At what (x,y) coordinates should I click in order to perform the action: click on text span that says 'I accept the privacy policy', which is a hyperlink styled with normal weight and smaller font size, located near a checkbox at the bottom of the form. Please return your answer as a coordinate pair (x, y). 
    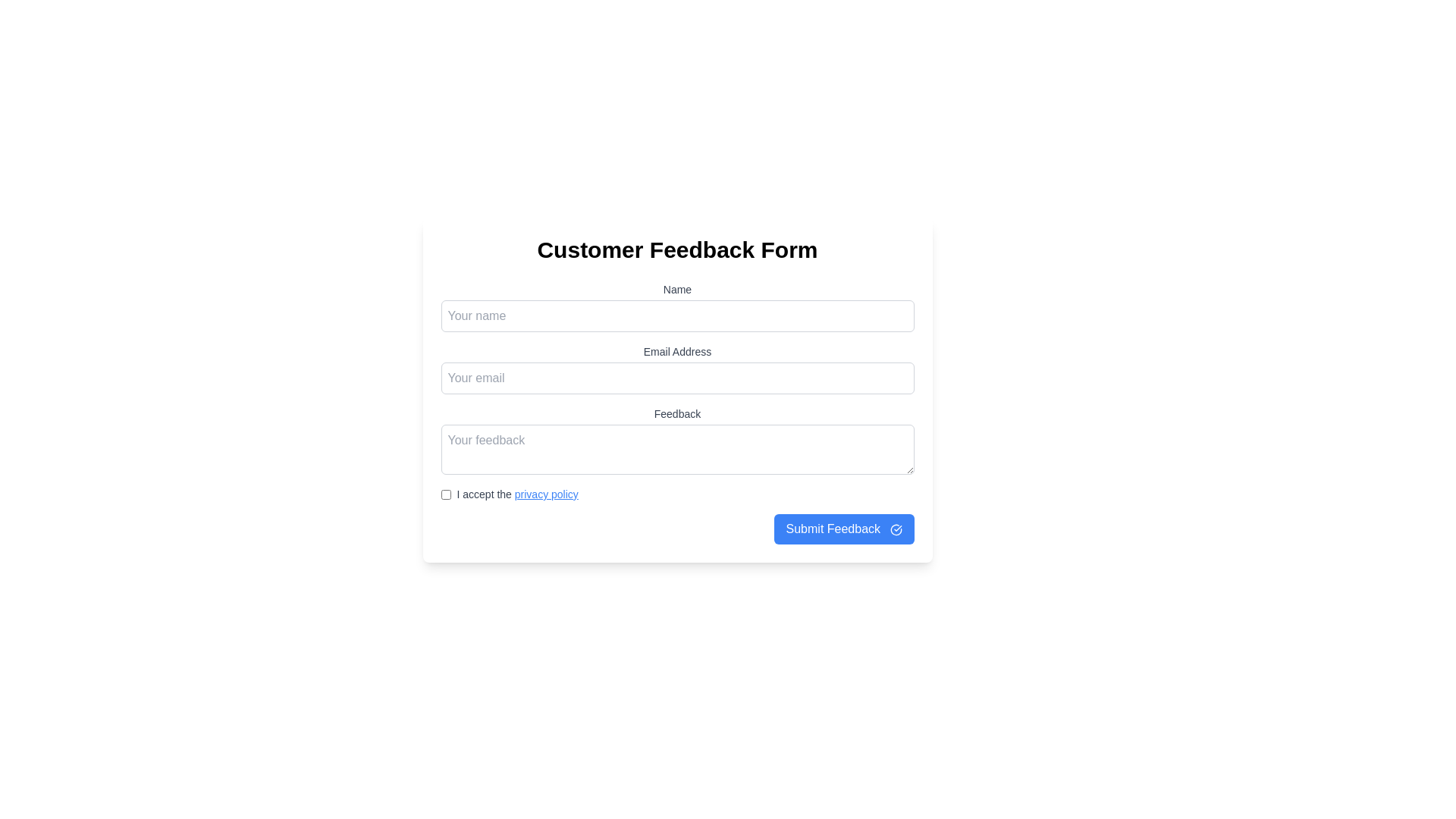
    Looking at the image, I should click on (517, 494).